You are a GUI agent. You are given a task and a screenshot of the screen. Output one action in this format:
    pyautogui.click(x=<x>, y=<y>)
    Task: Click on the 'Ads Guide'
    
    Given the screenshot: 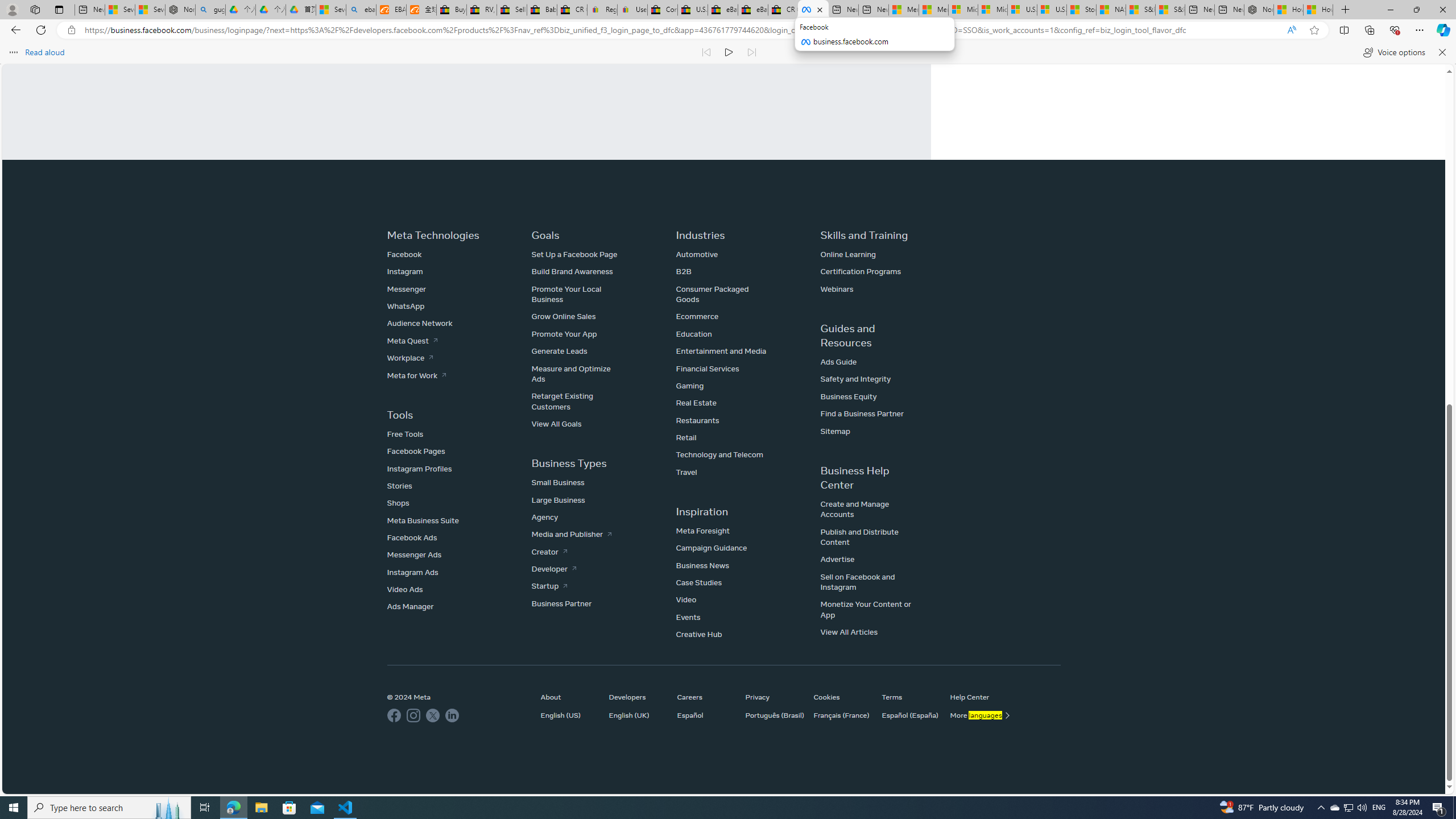 What is the action you would take?
    pyautogui.click(x=838, y=361)
    